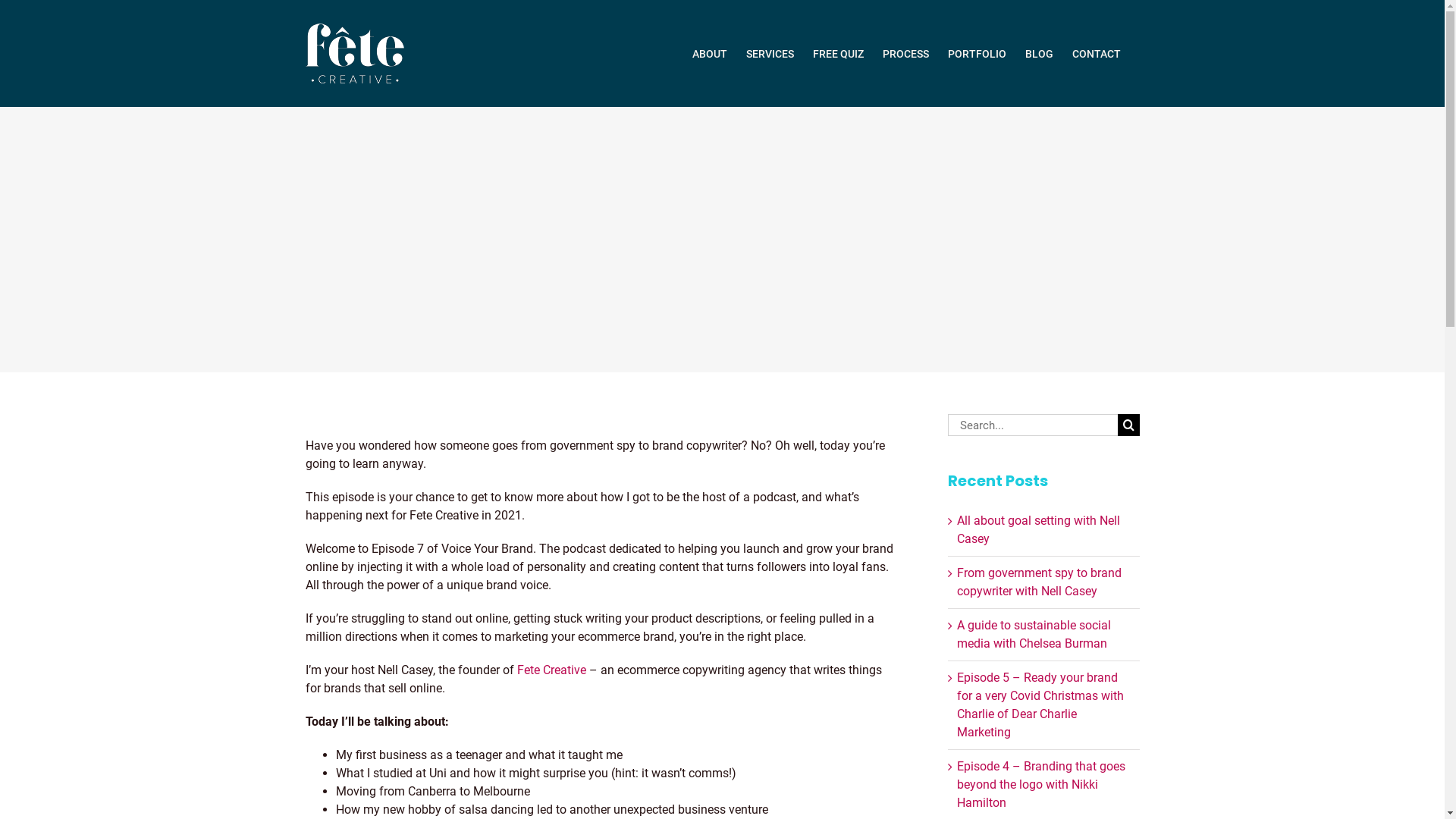 The height and width of the screenshot is (819, 1456). I want to click on 'PROCESS', so click(905, 52).